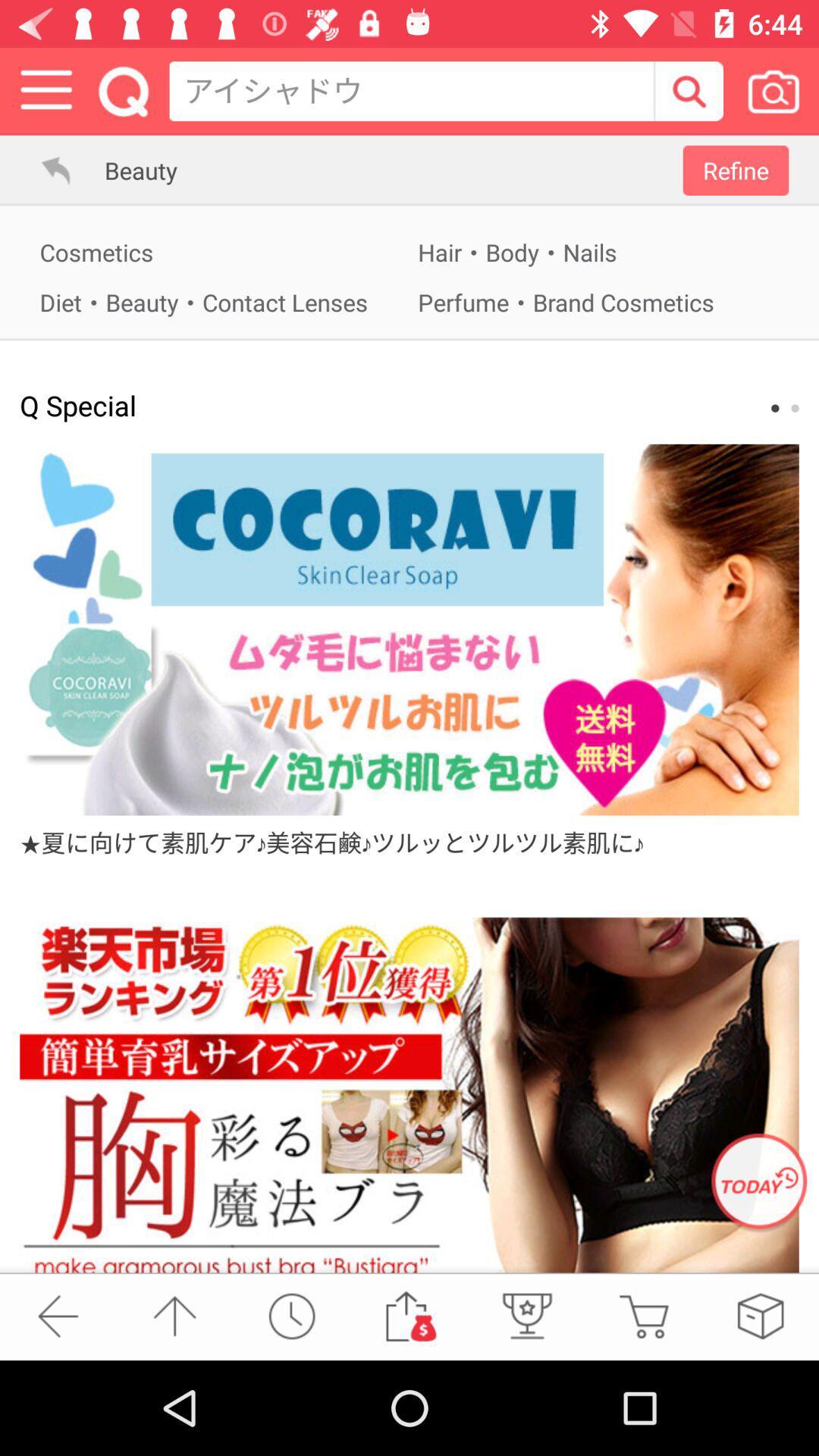 This screenshot has height=1456, width=819. Describe the element at coordinates (643, 1315) in the screenshot. I see `the cart icon` at that location.